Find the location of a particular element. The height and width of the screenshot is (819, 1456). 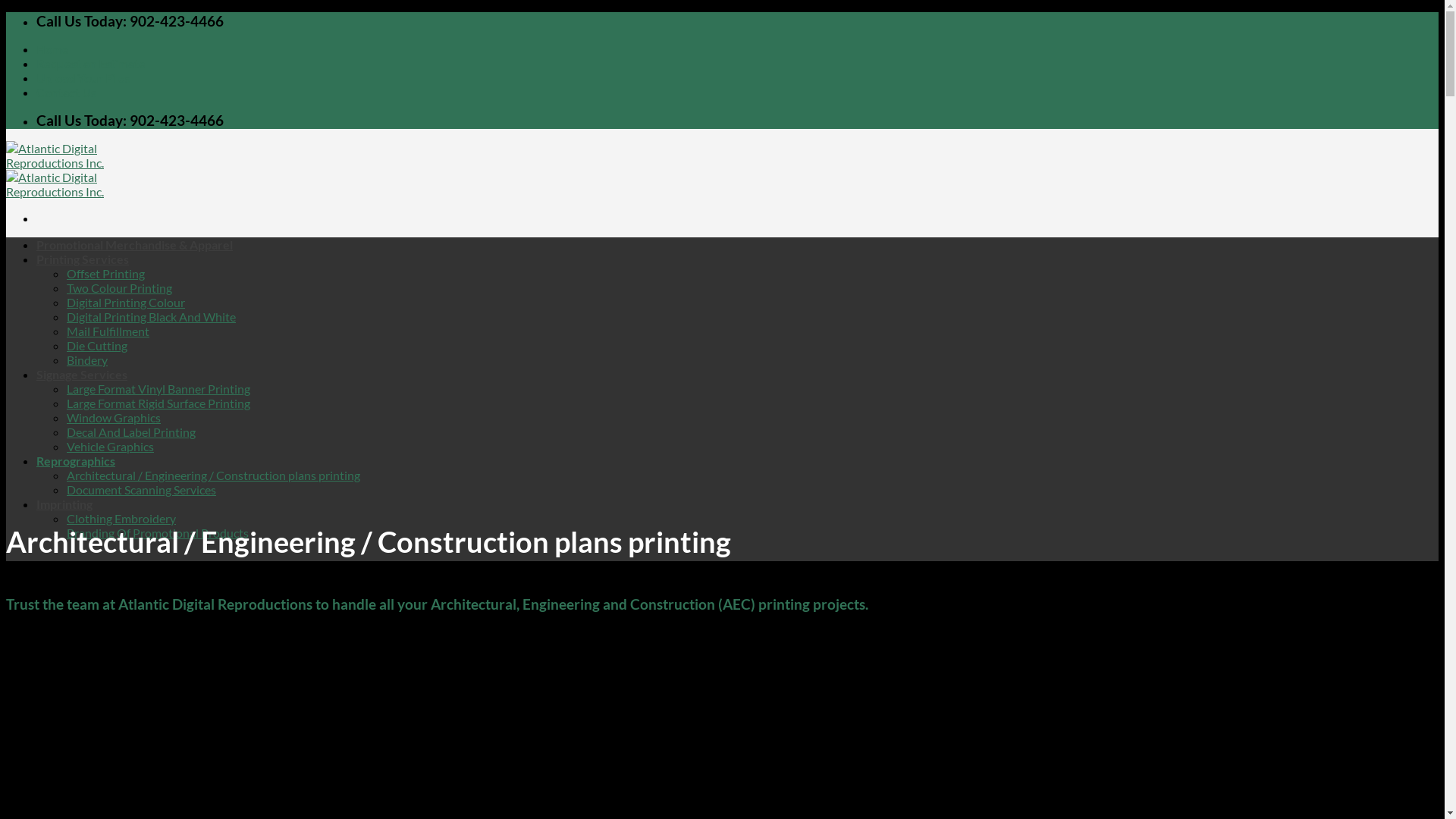

'Upload Your Files' is located at coordinates (83, 77).